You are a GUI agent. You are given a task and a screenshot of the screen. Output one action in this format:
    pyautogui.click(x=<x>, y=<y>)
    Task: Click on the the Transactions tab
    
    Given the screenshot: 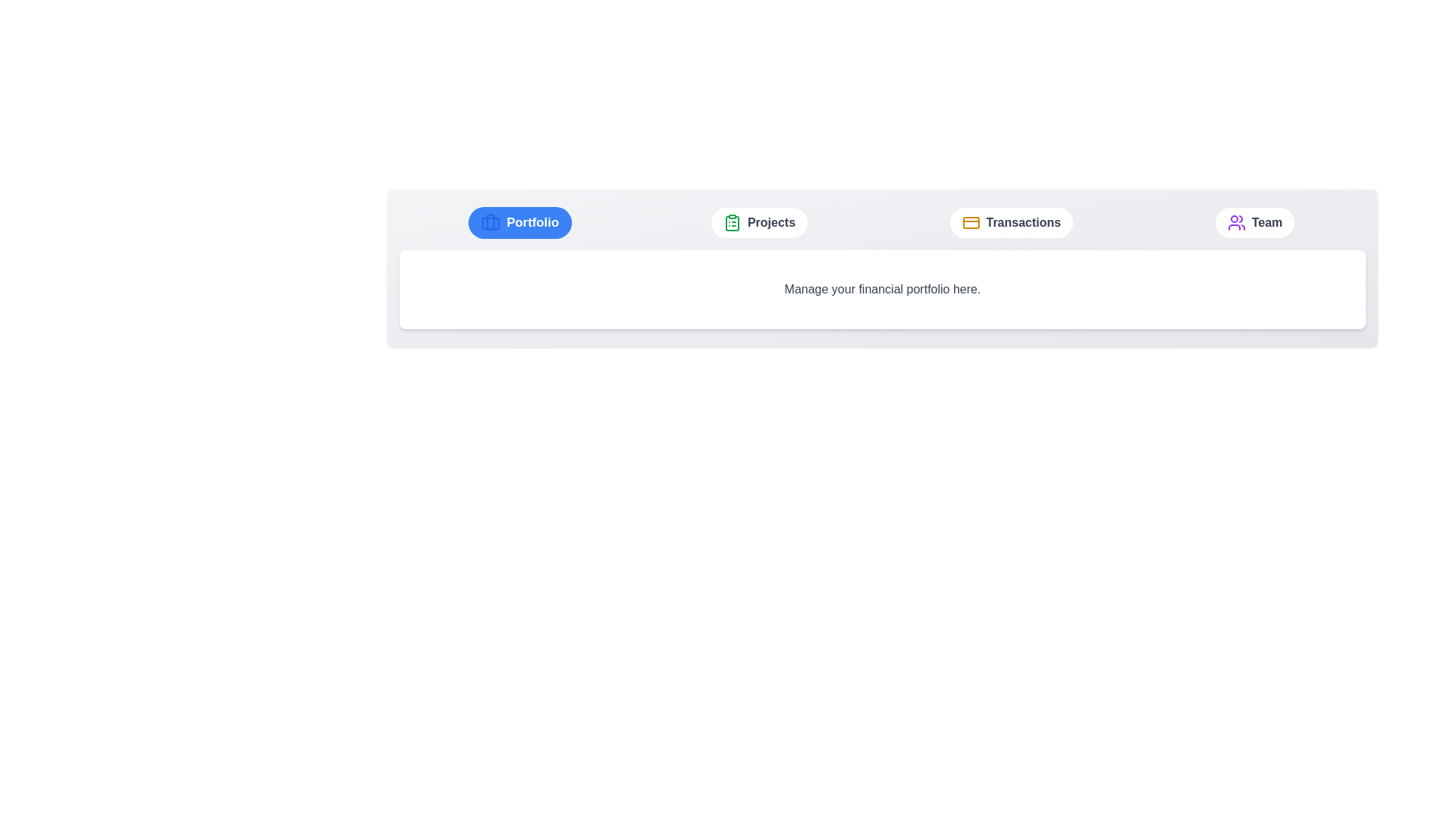 What is the action you would take?
    pyautogui.click(x=1011, y=222)
    